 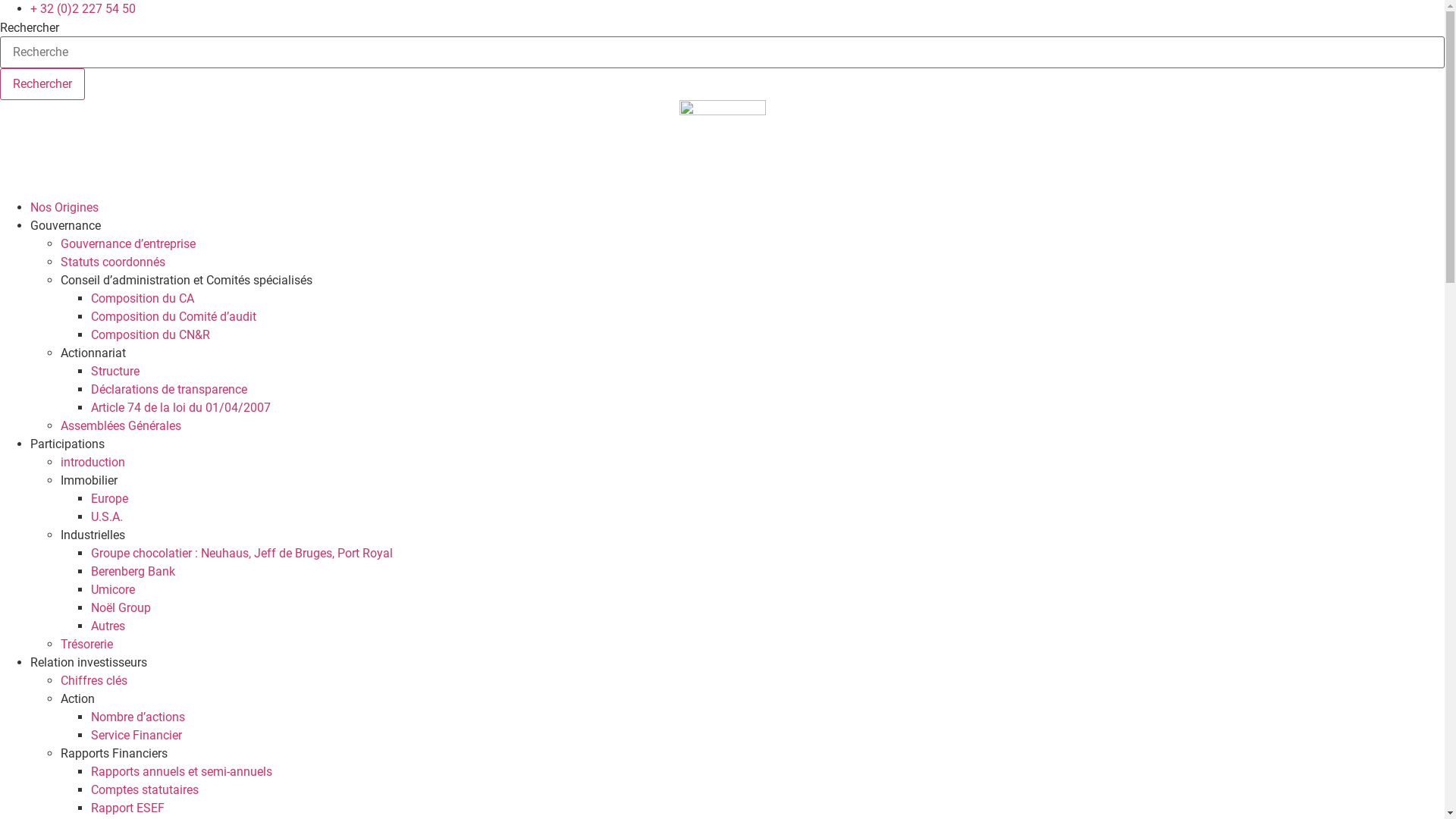 I want to click on 'Action', so click(x=77, y=698).